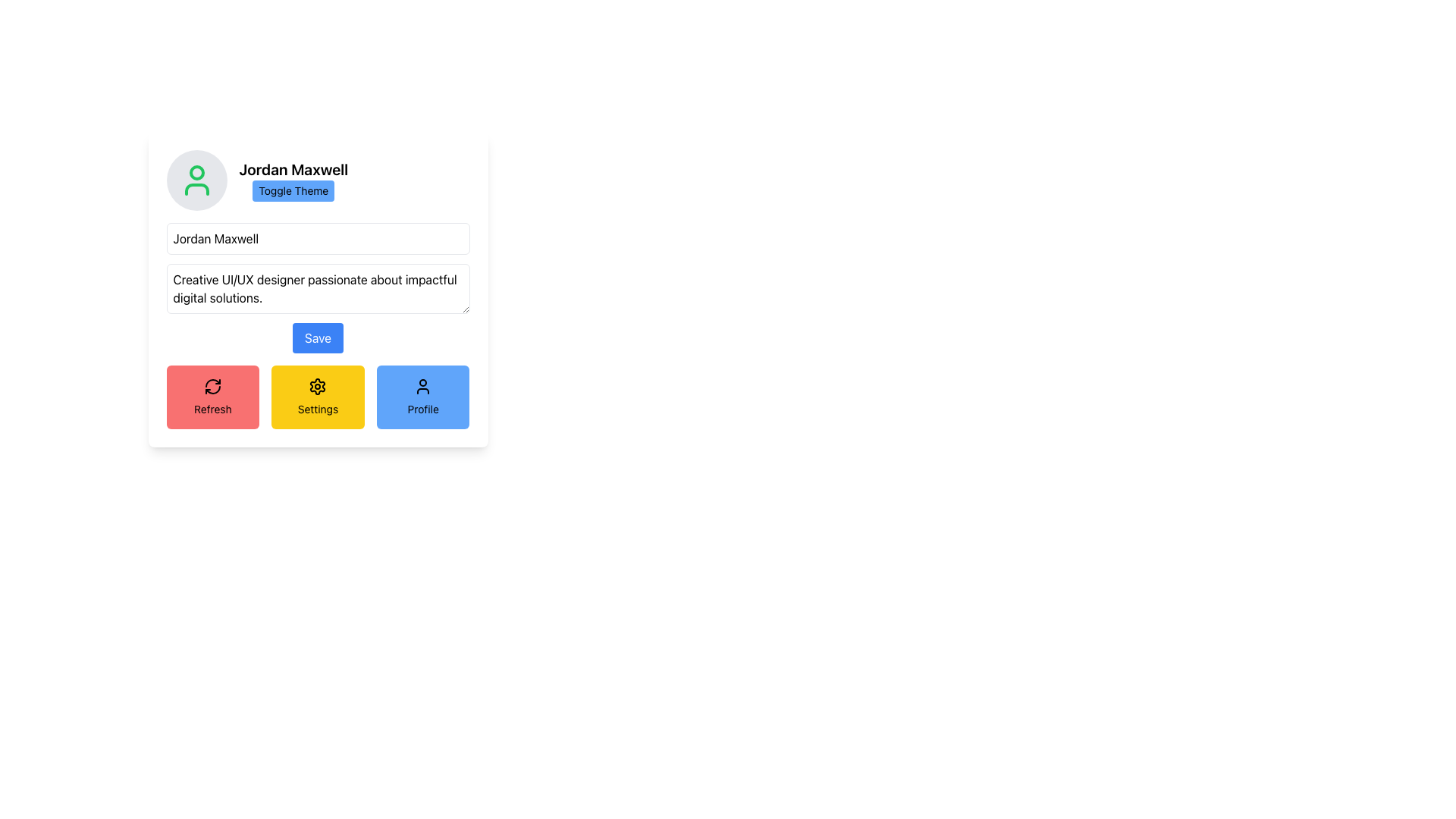 This screenshot has height=819, width=1456. What do you see at coordinates (293, 190) in the screenshot?
I see `the toggle button located to the right of the text 'Jordan Maxwell' to change its appearance` at bounding box center [293, 190].